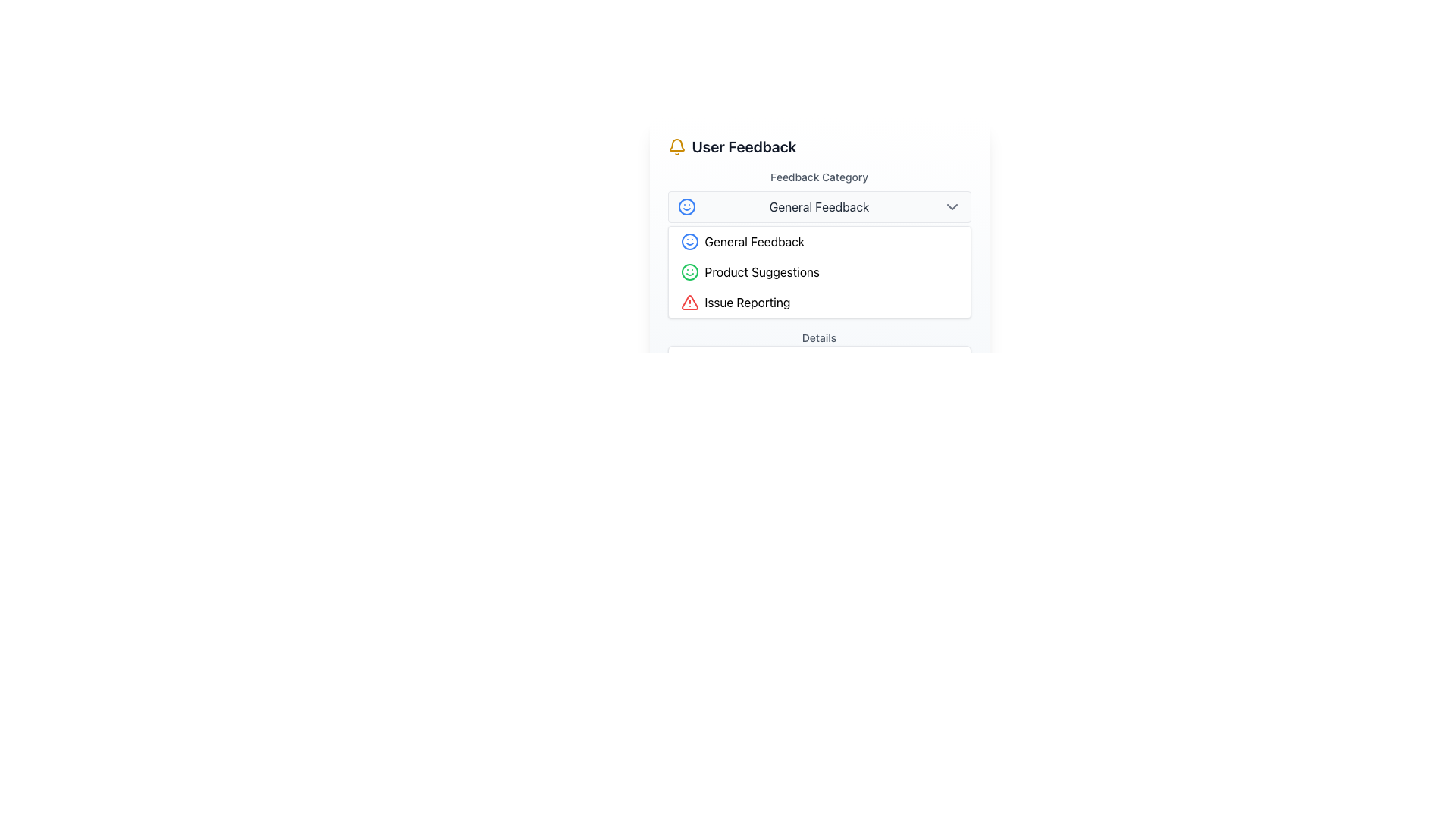 The height and width of the screenshot is (819, 1456). What do you see at coordinates (818, 177) in the screenshot?
I see `the text label indicating the purpose of the dropdown menu for 'General Feedback', which is located directly beneath the title 'User Feedback'` at bounding box center [818, 177].